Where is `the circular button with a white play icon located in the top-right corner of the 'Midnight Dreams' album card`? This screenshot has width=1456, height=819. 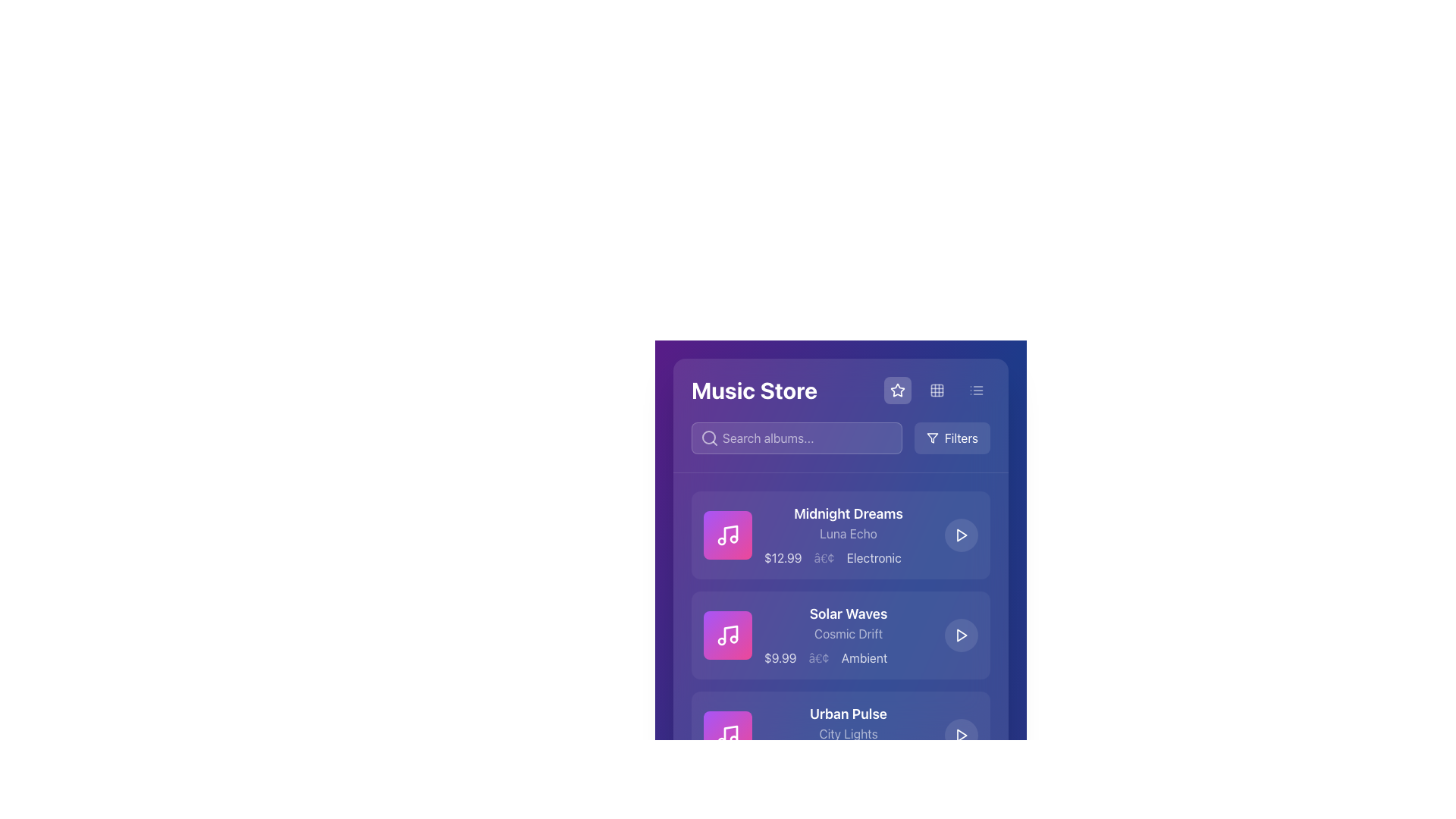
the circular button with a white play icon located in the top-right corner of the 'Midnight Dreams' album card is located at coordinates (960, 534).